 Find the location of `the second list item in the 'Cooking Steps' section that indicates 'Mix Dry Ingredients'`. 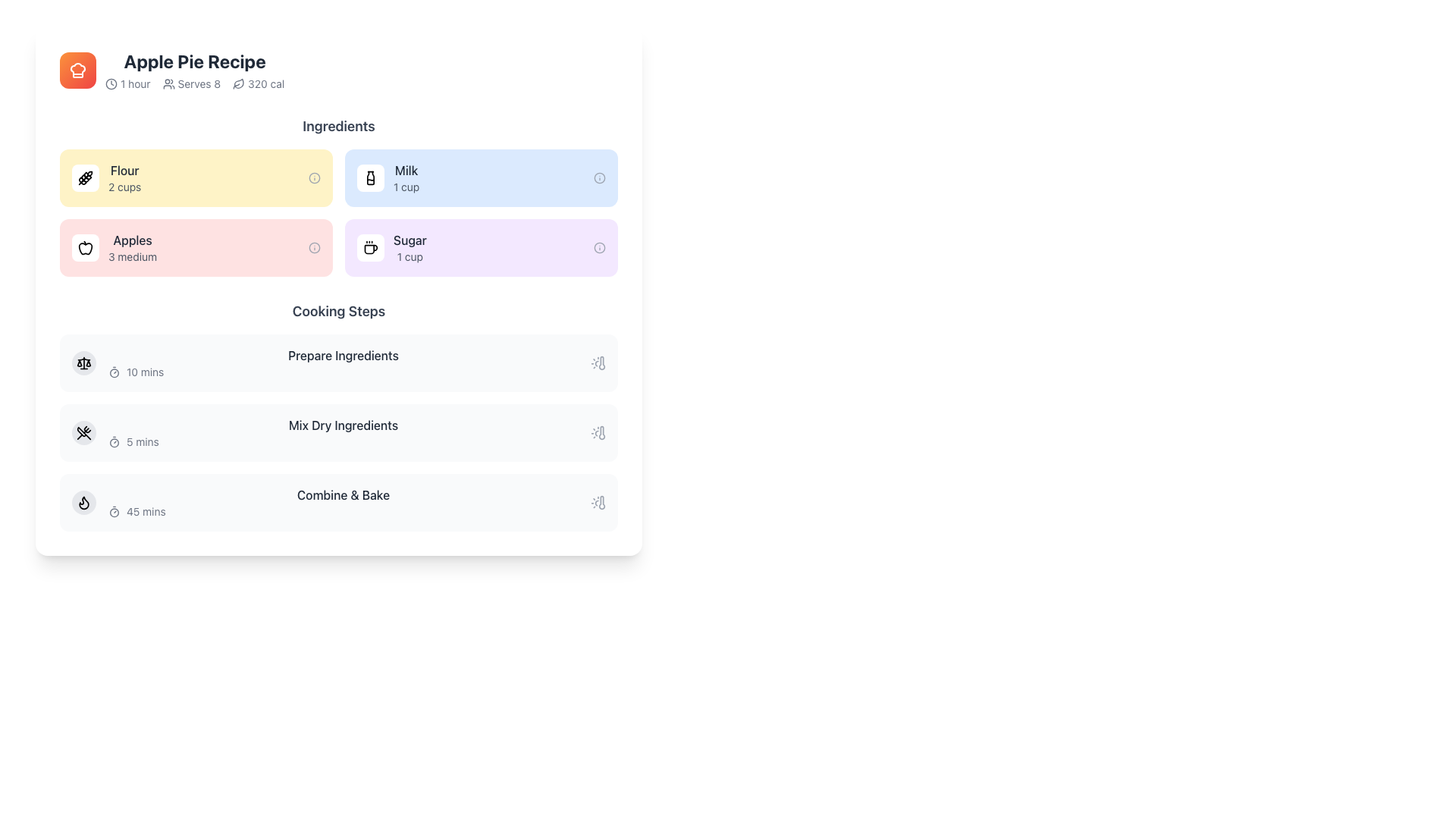

the second list item in the 'Cooking Steps' section that indicates 'Mix Dry Ingredients' is located at coordinates (342, 432).